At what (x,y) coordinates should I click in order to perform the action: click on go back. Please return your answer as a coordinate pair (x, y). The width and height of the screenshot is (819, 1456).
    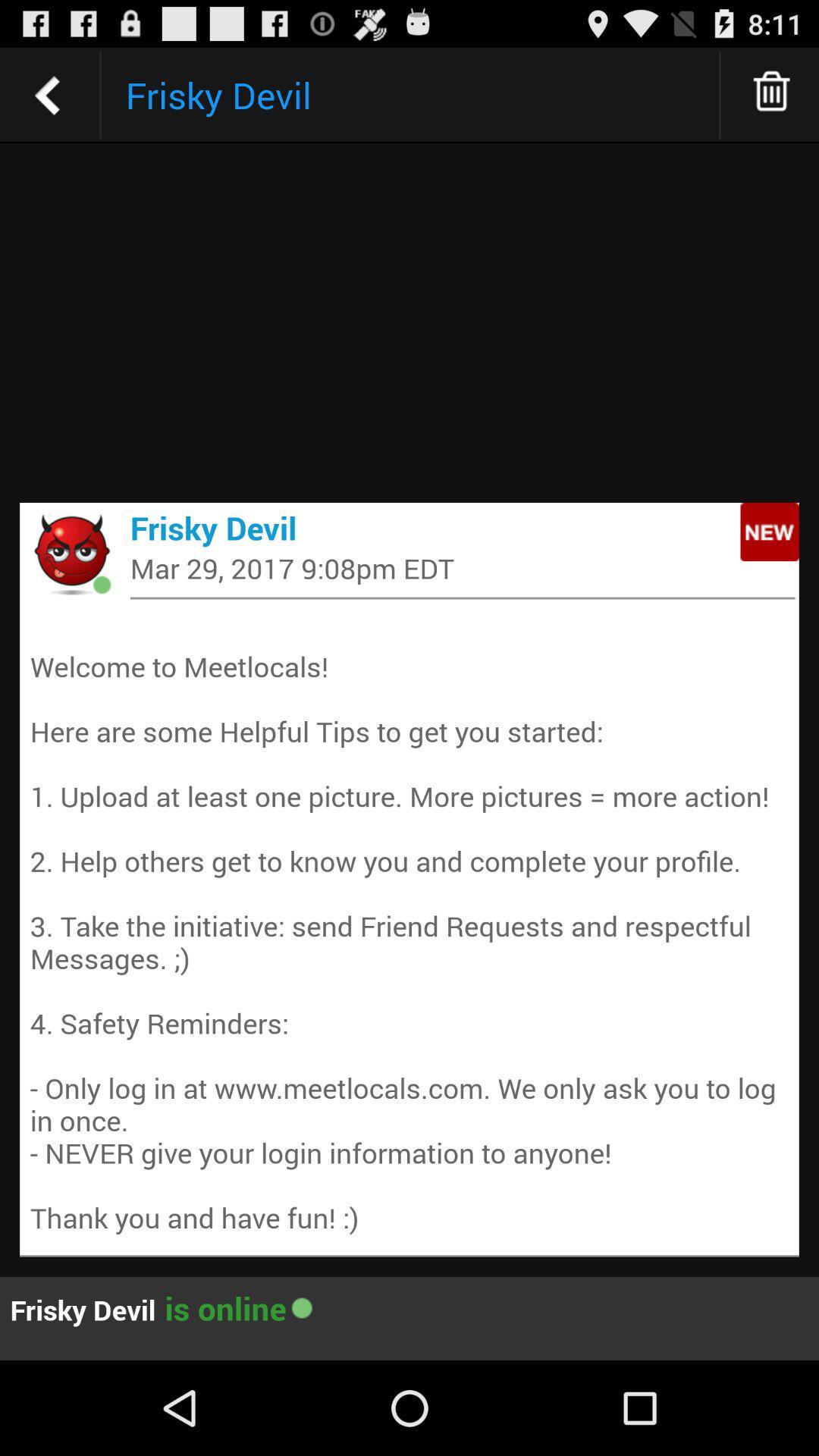
    Looking at the image, I should click on (46, 94).